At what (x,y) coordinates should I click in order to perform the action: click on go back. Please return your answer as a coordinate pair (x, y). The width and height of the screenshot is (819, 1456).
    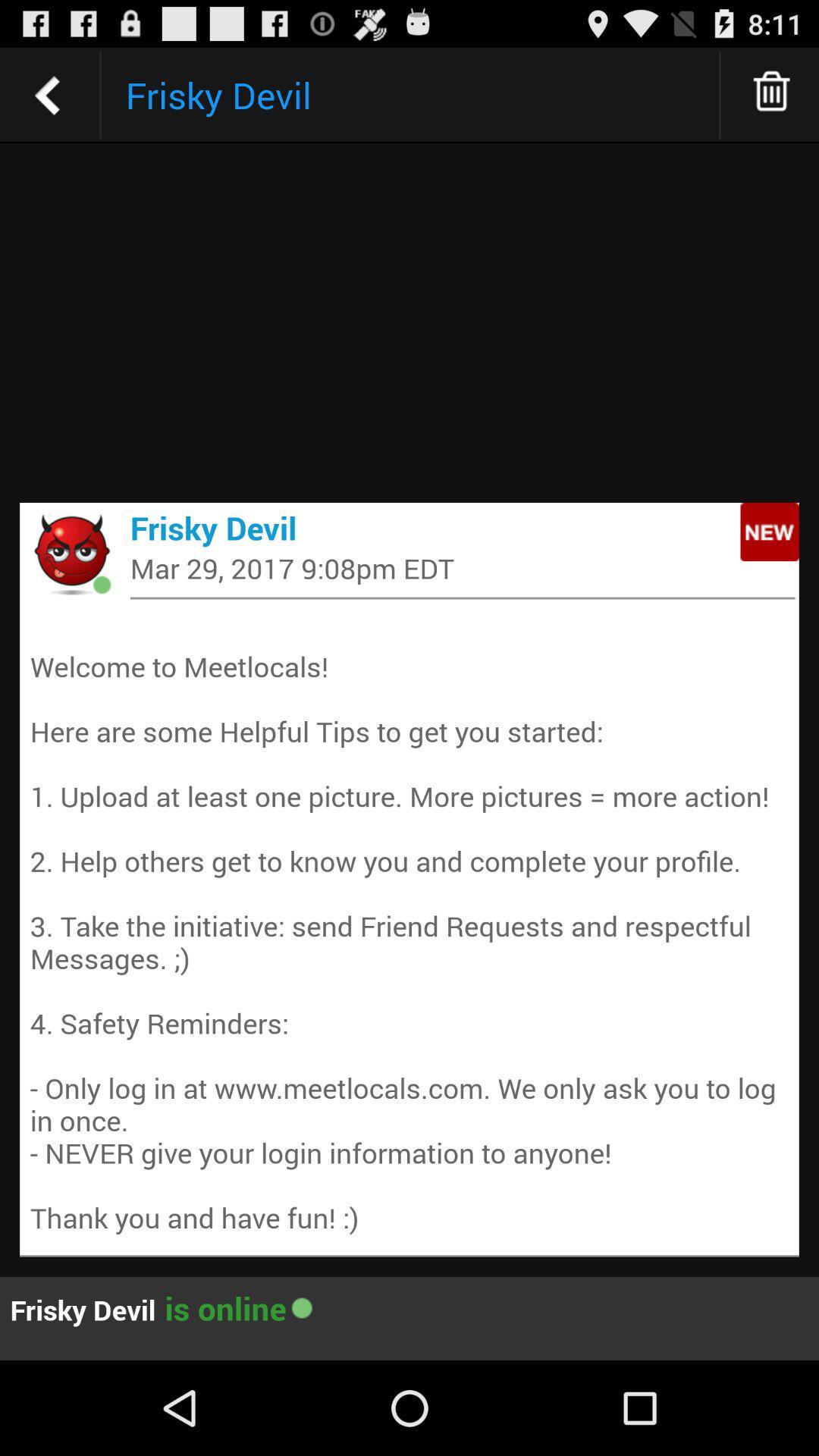
    Looking at the image, I should click on (46, 94).